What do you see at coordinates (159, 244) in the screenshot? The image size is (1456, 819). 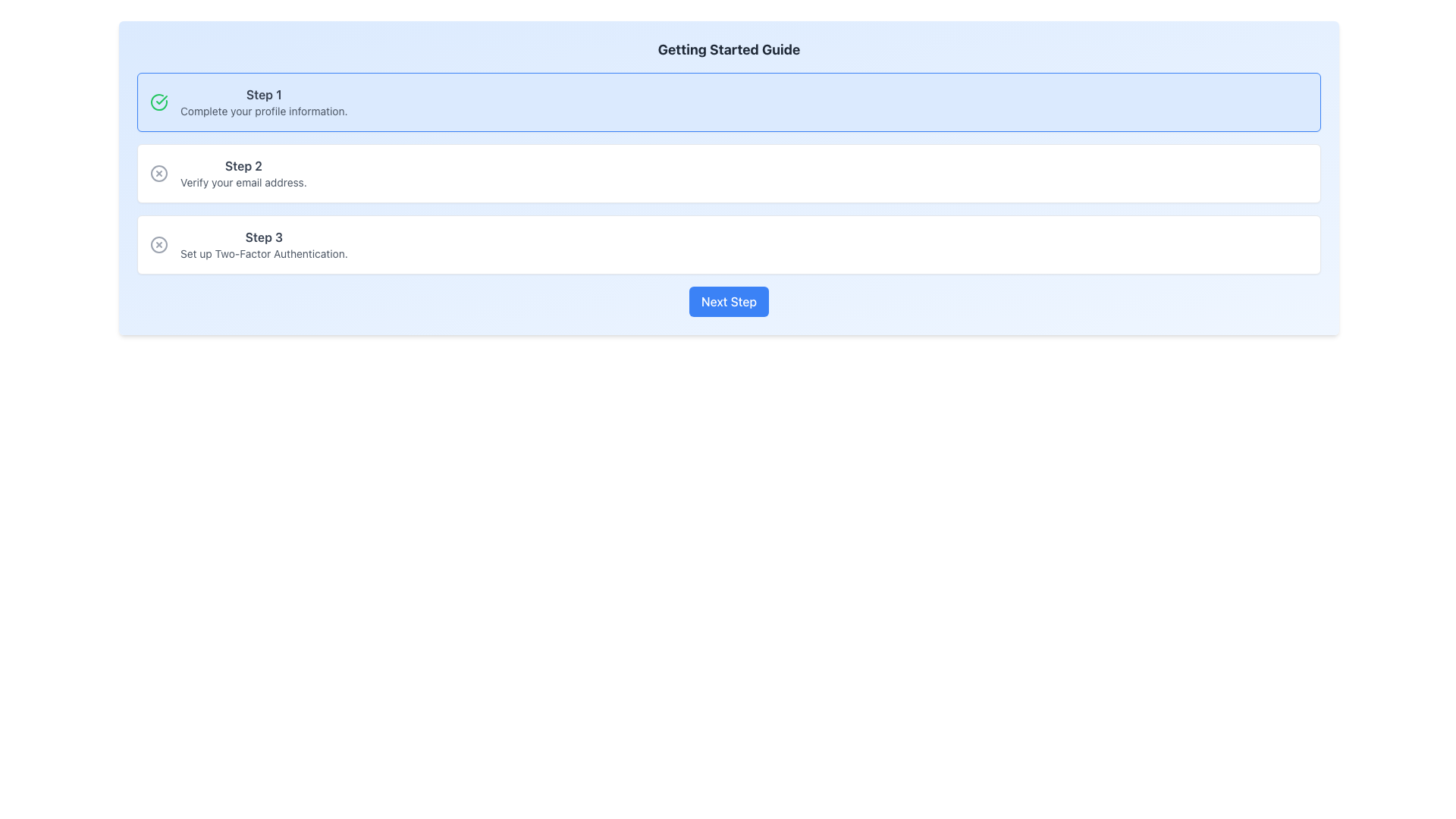 I see `the SVG Circle that visually represents the centerpiece of the 'Step 3: Set up Two-Factor Authentication' indicator in the 'Getting Started Guide'` at bounding box center [159, 244].